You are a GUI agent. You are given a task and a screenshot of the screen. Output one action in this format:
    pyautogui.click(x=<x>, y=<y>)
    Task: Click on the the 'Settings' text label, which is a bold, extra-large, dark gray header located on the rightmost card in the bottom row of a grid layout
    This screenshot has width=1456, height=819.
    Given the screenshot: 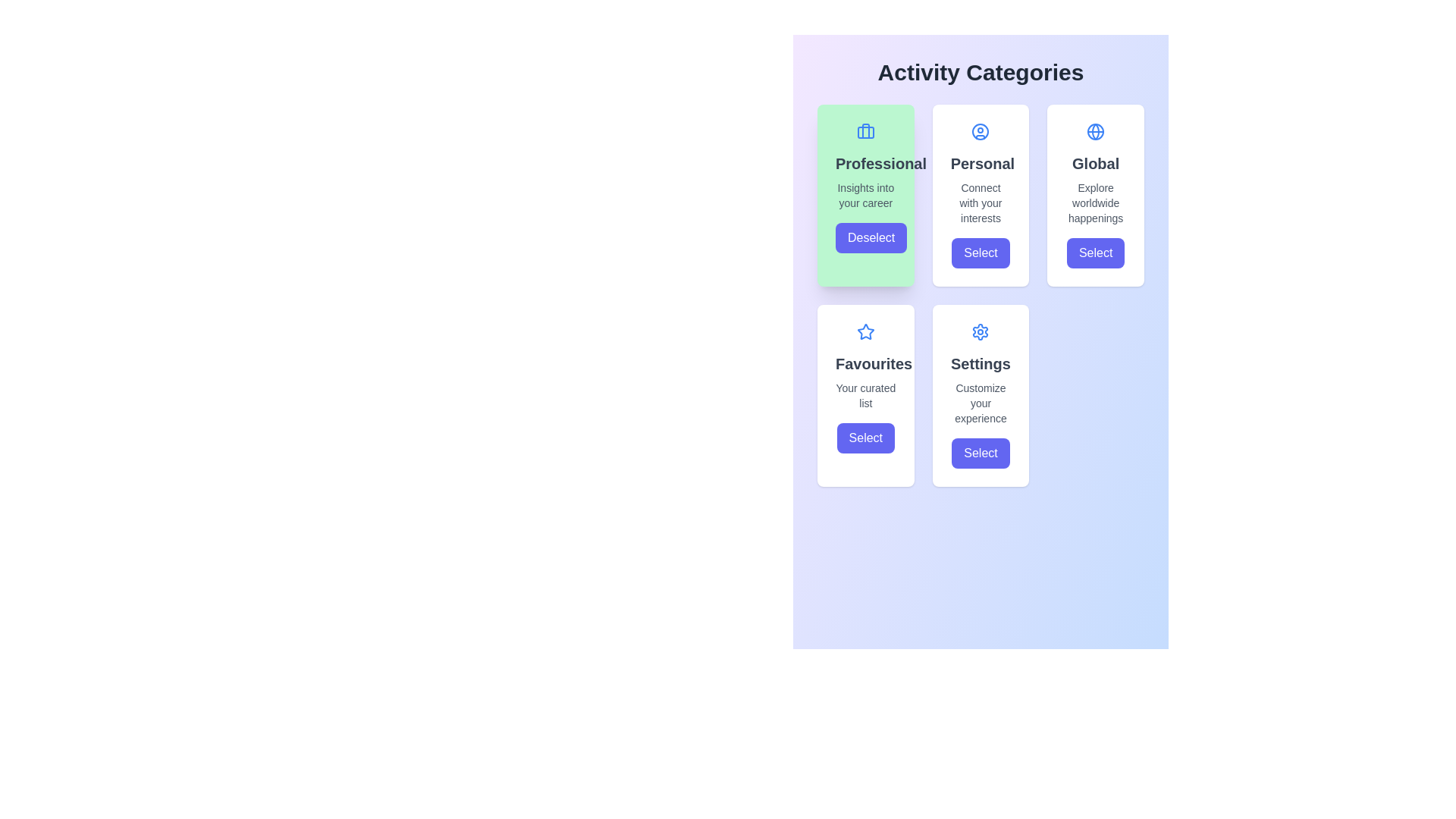 What is the action you would take?
    pyautogui.click(x=981, y=363)
    